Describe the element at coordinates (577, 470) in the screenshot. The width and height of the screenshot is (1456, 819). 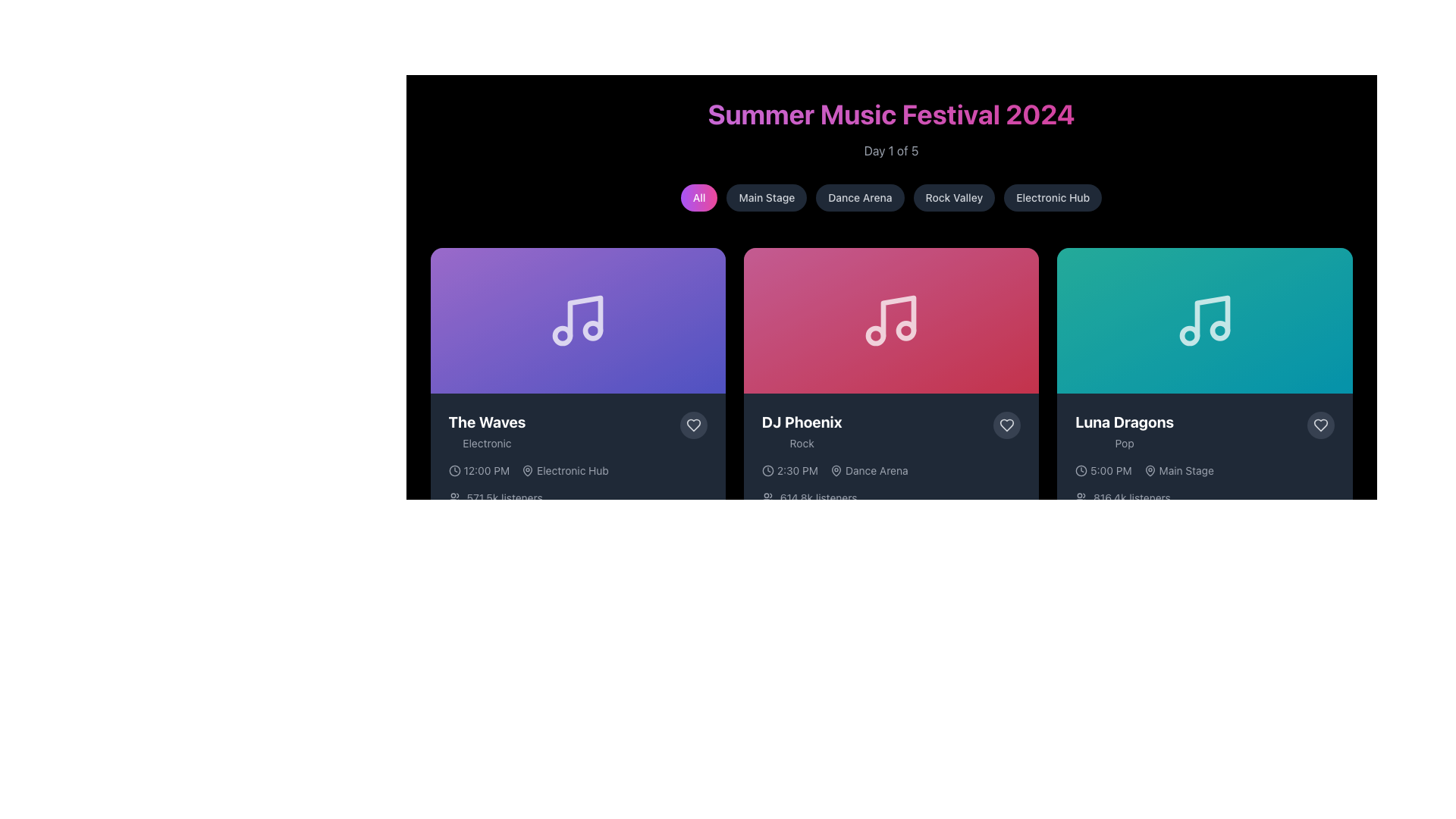
I see `the informational element that displays the event time '12:00 PM' and location 'Electronic Hub' within the card titled 'The Waves.' This element is positioned underneath the title and genre description, and above the information about listeners, being the first card from the left` at that location.